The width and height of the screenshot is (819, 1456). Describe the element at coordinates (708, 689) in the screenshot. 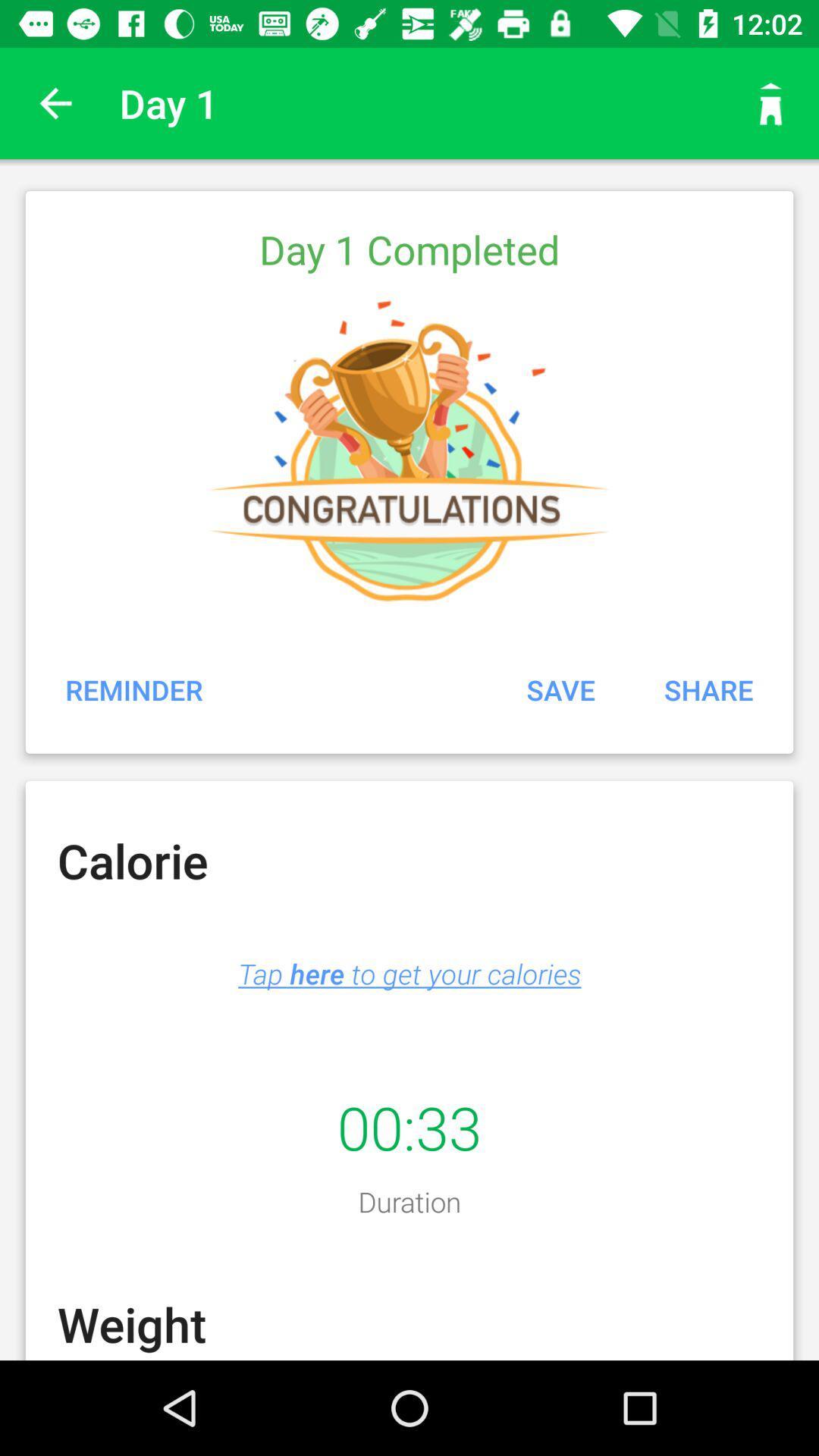

I see `item to the right of the save` at that location.